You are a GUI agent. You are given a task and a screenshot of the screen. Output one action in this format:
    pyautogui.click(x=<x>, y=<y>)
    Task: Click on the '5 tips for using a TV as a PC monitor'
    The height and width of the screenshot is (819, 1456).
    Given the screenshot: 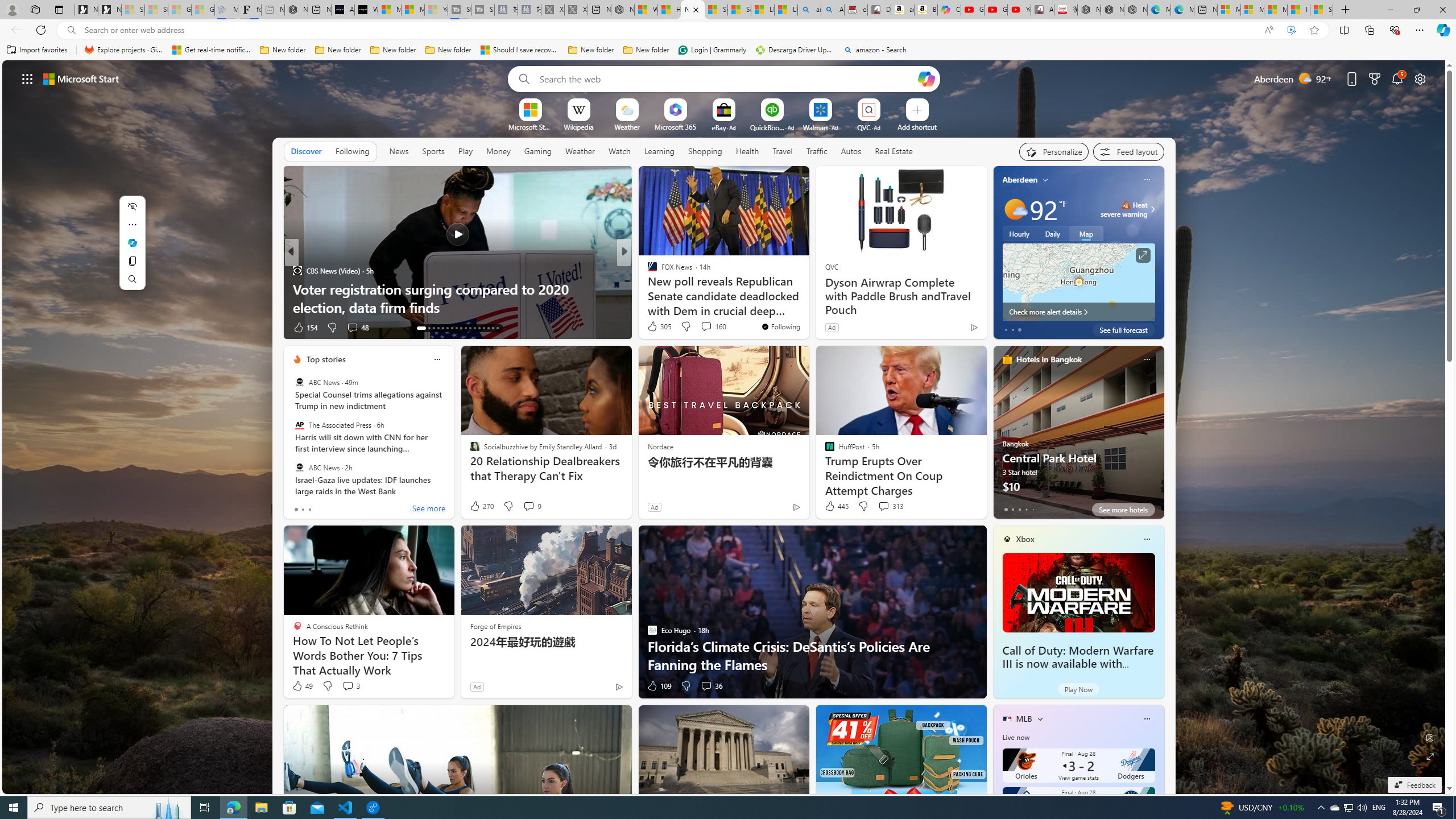 What is the action you would take?
    pyautogui.click(x=806, y=307)
    